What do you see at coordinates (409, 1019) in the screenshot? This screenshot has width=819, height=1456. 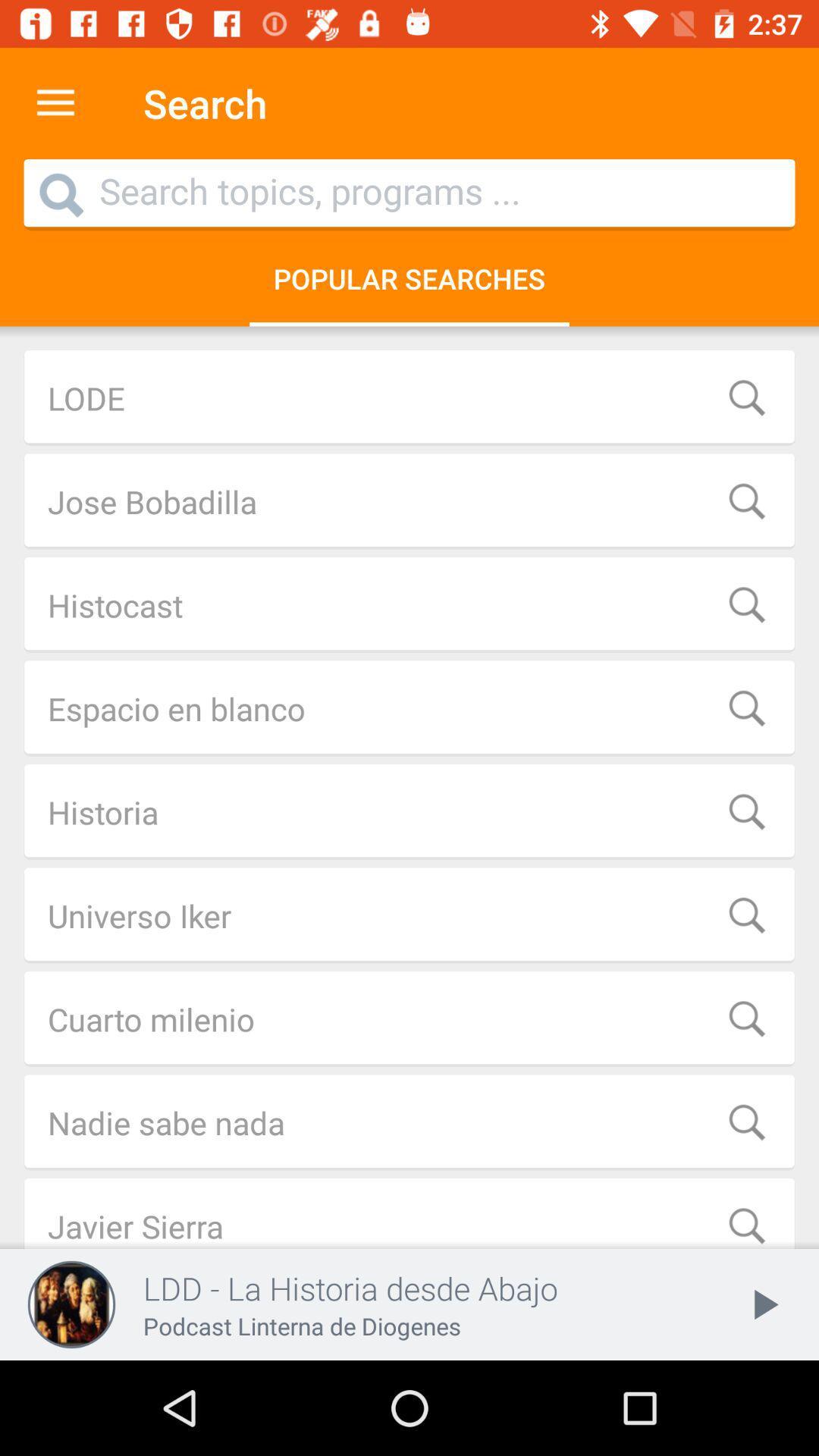 I see `the cuarto milenio icon` at bounding box center [409, 1019].